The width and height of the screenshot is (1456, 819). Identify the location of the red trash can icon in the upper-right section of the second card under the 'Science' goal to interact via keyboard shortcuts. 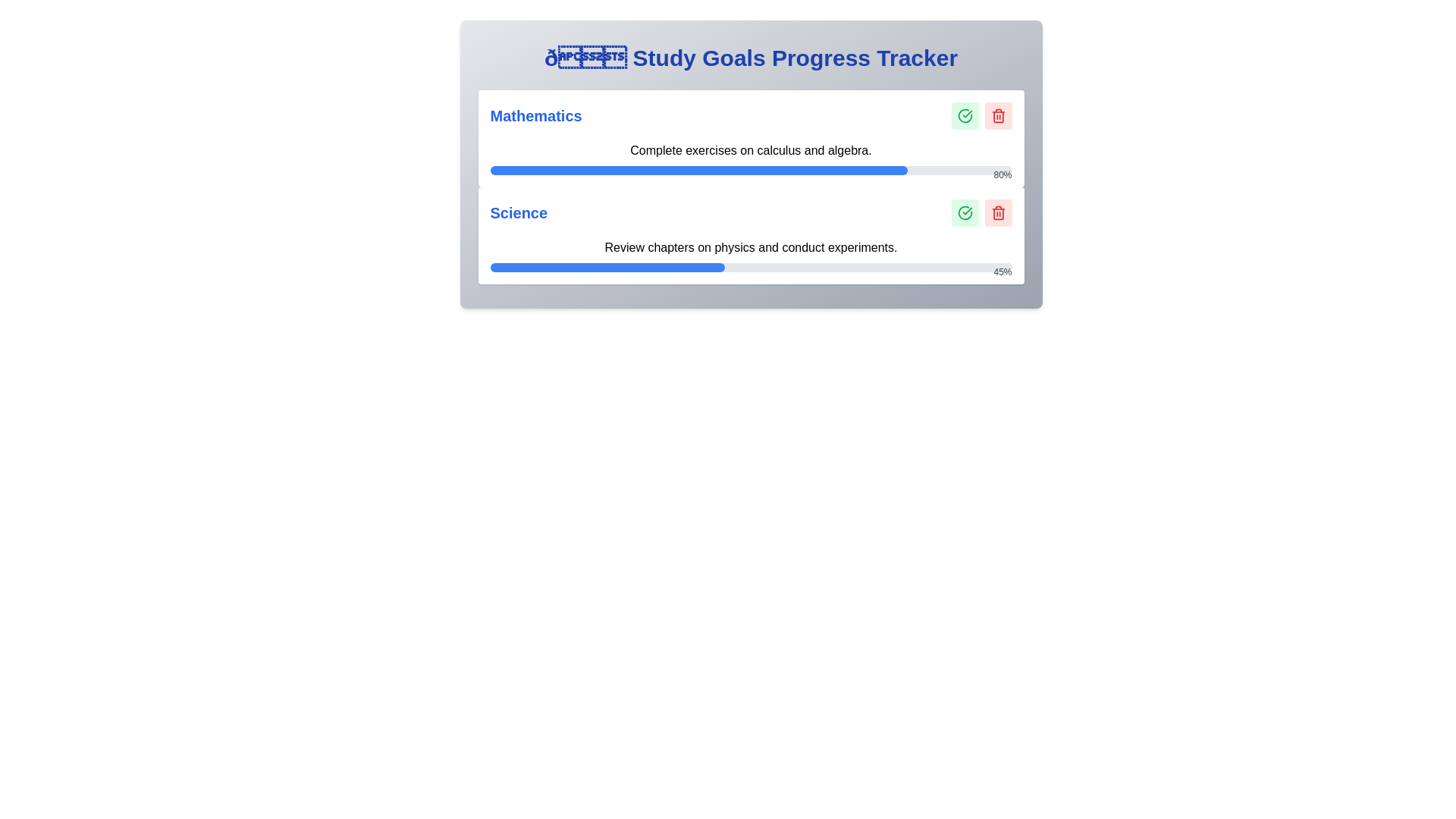
(998, 213).